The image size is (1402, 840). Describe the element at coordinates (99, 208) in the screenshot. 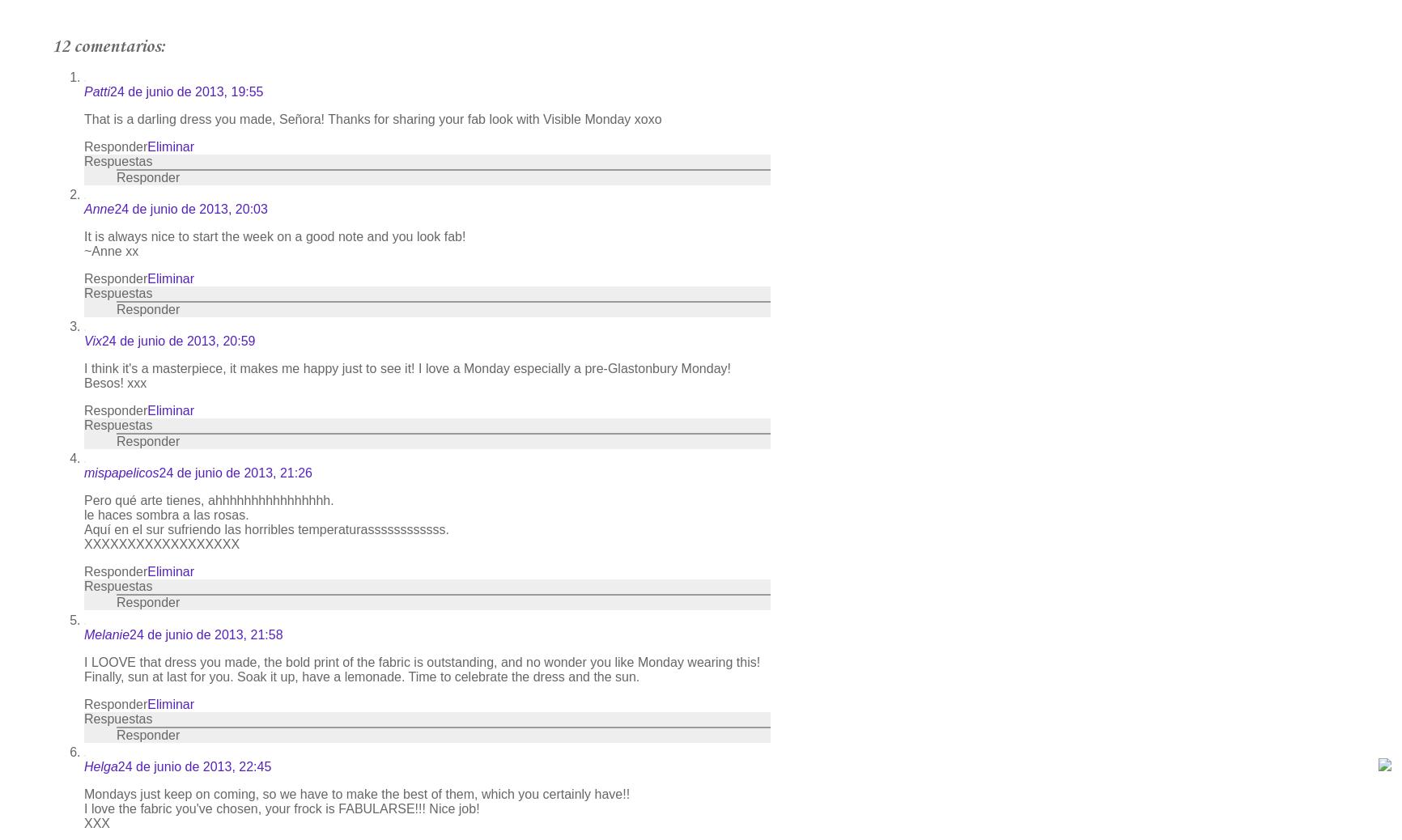

I see `'Anne'` at that location.